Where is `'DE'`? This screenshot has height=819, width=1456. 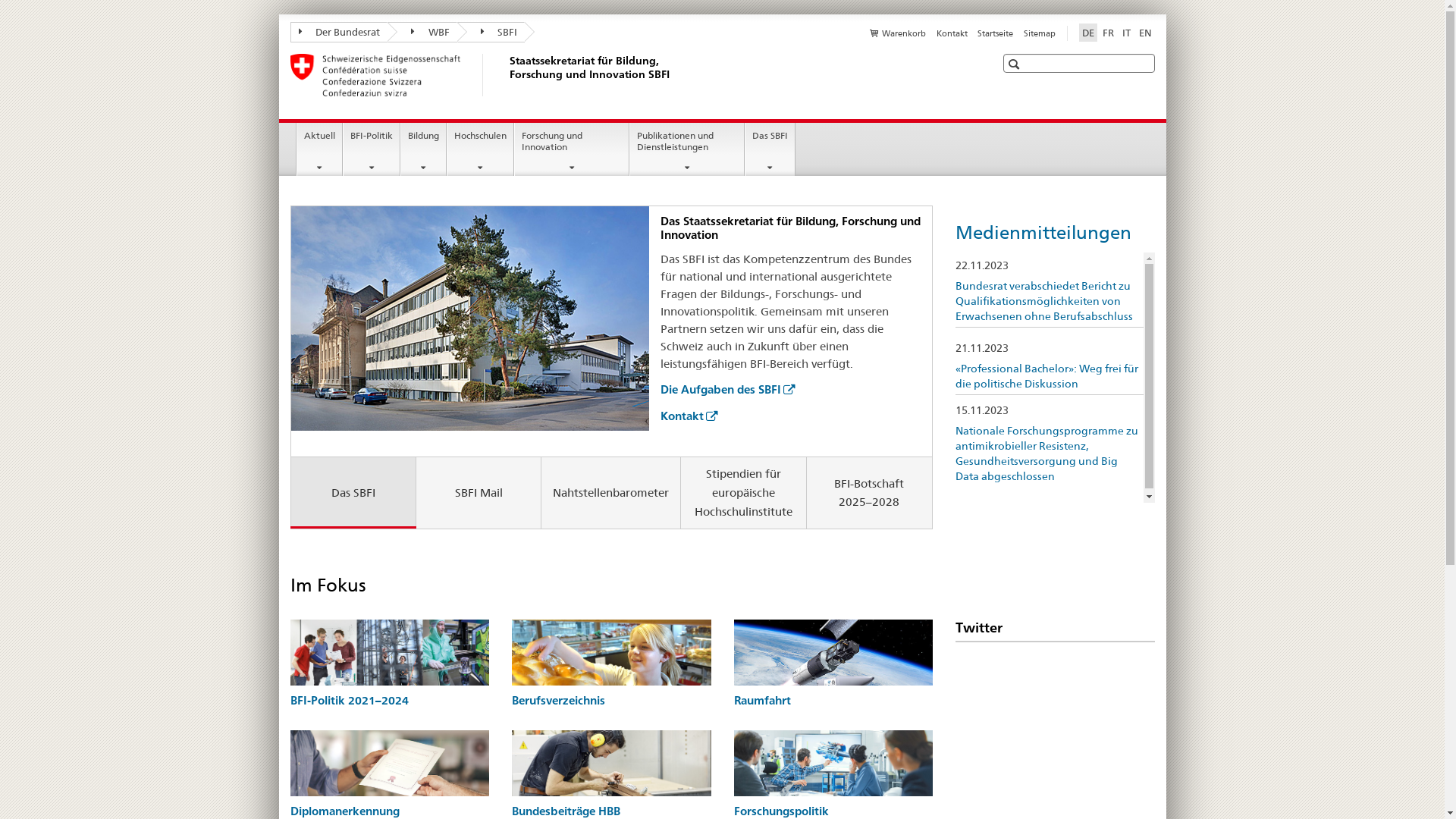
'DE' is located at coordinates (1087, 32).